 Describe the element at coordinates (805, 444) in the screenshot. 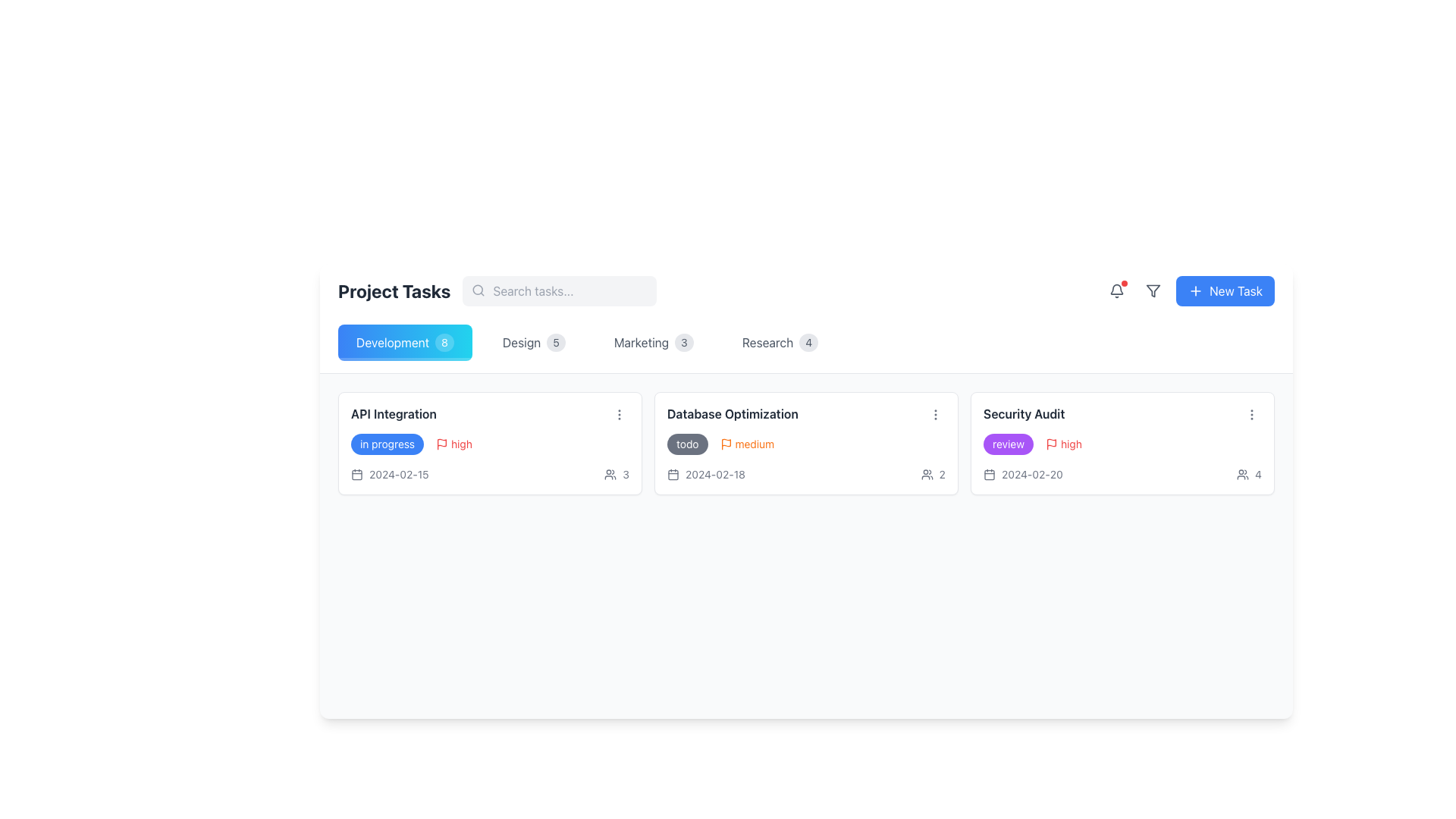

I see `the red marker in the 'Database Optimization' card, which is part of a composite element containing a 'todo' badge and 'medium' priority label` at that location.